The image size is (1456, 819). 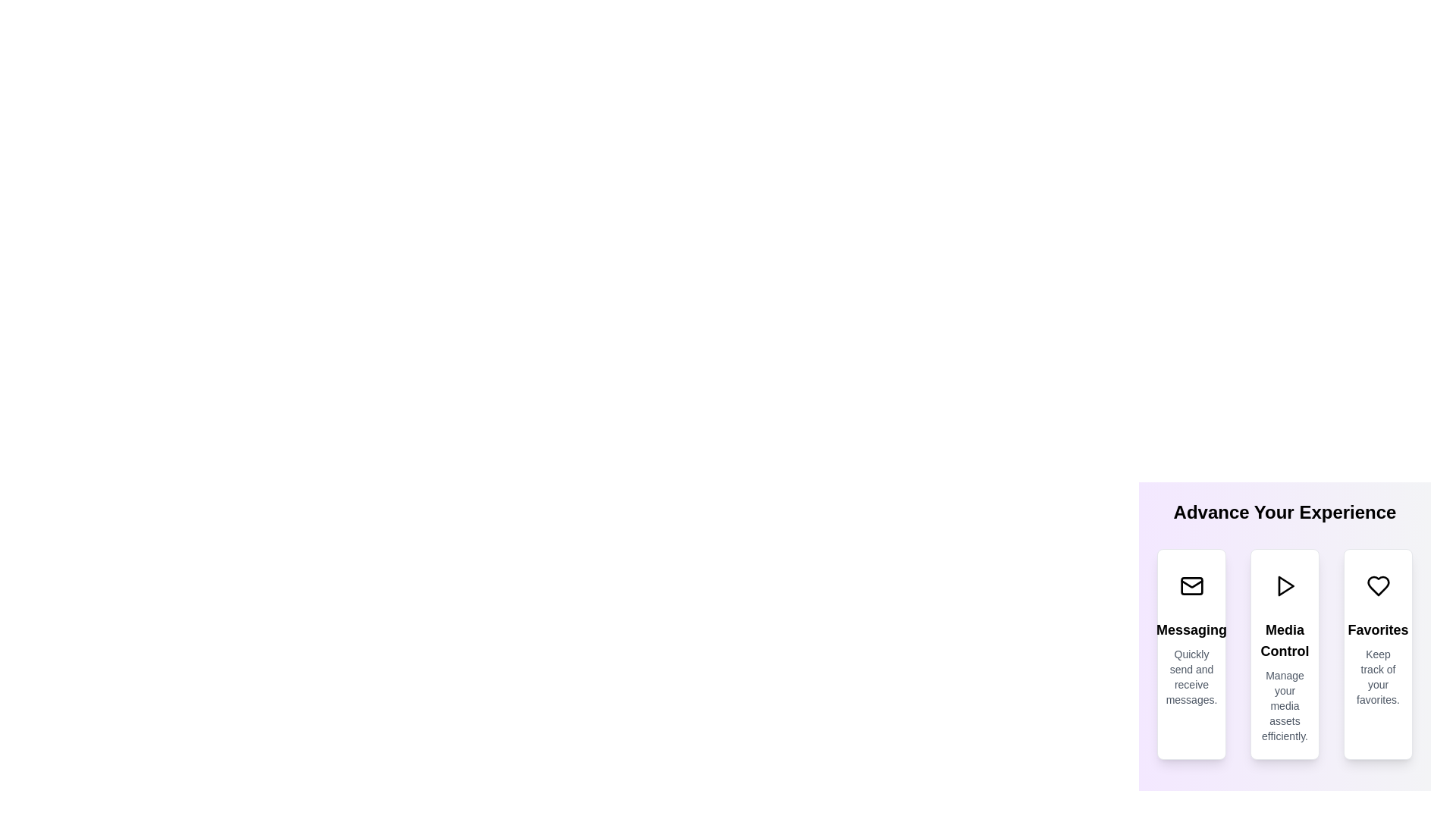 What do you see at coordinates (1284, 627) in the screenshot?
I see `the media management panel located centrally in the second column of the three-column grid layout` at bounding box center [1284, 627].